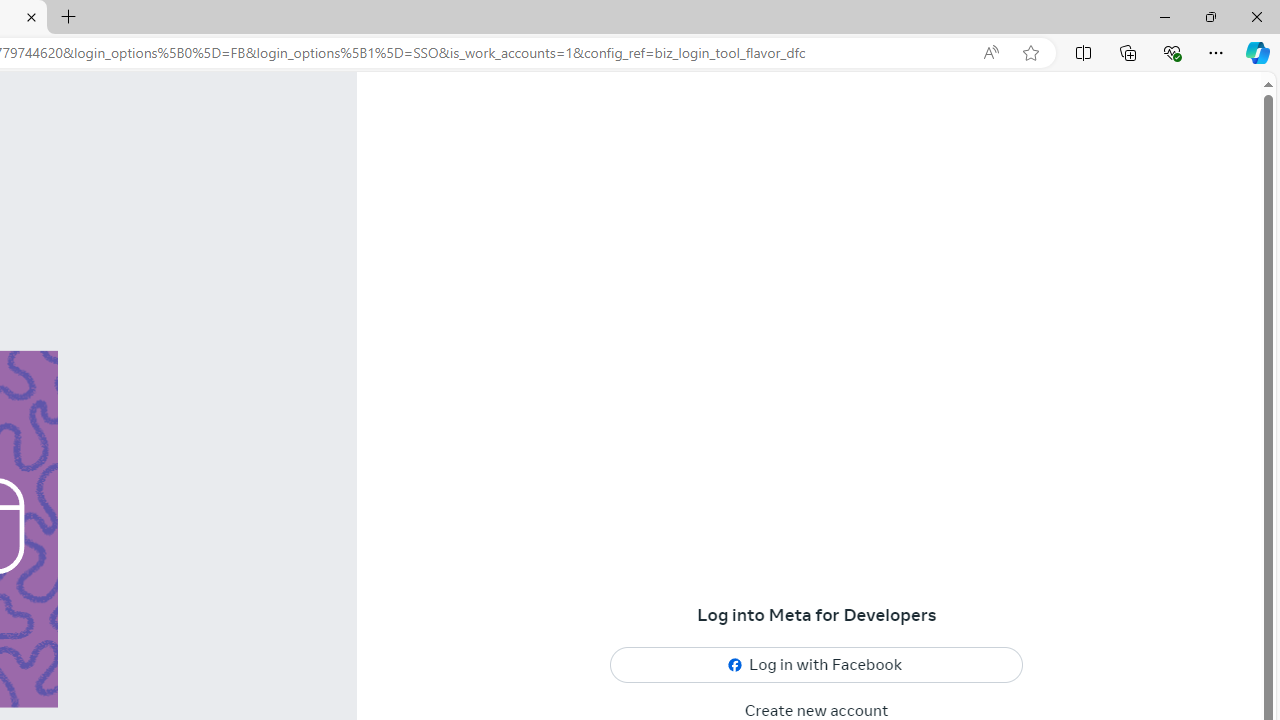 This screenshot has width=1280, height=720. I want to click on 'Log in with Facebook', so click(817, 665).